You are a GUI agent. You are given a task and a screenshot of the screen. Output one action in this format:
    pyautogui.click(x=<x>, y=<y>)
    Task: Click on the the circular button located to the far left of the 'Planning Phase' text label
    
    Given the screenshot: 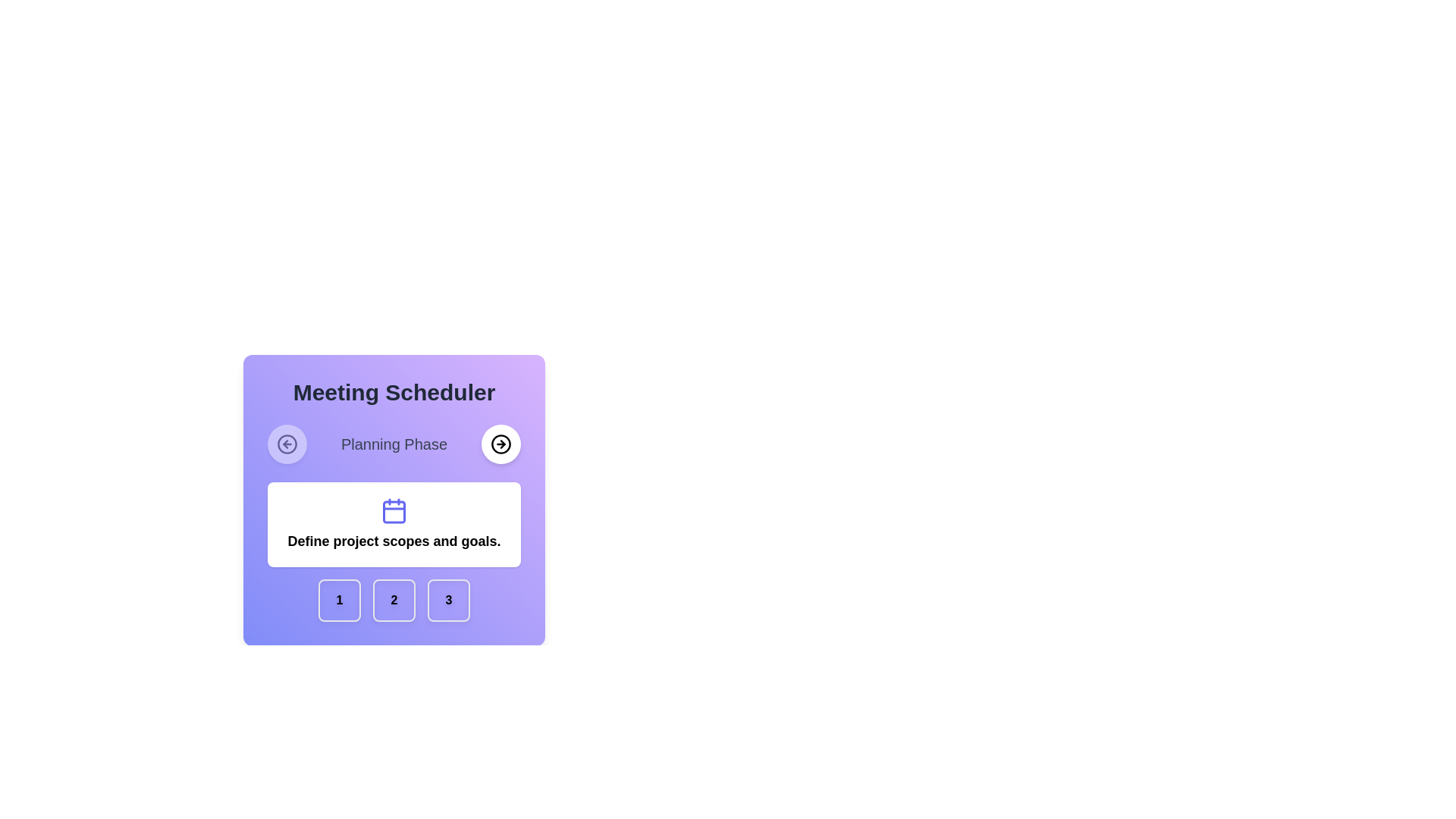 What is the action you would take?
    pyautogui.click(x=287, y=444)
    